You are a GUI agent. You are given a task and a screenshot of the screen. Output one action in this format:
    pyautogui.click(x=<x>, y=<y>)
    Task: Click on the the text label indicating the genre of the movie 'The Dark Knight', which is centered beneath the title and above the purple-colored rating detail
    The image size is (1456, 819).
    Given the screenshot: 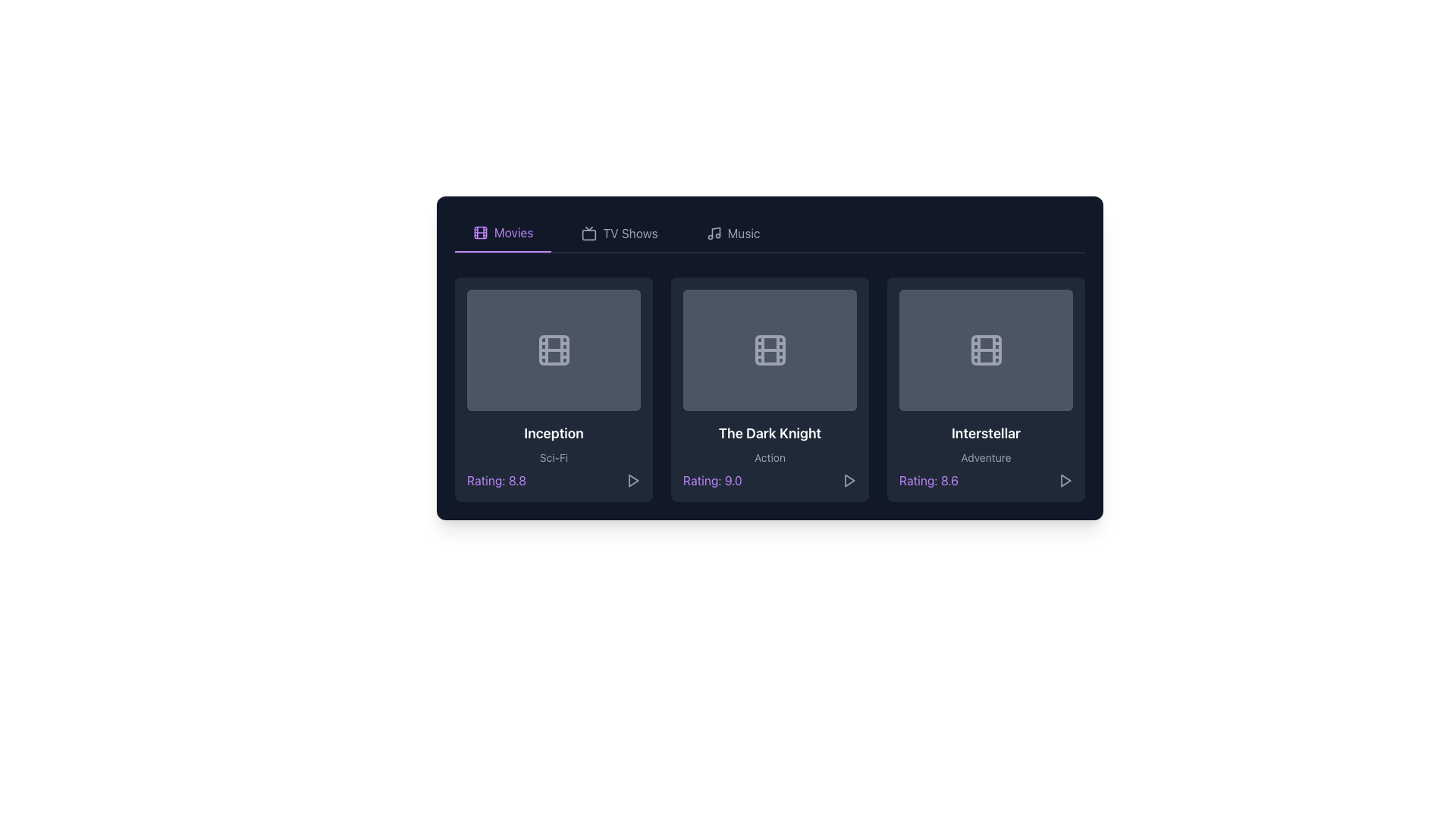 What is the action you would take?
    pyautogui.click(x=770, y=457)
    